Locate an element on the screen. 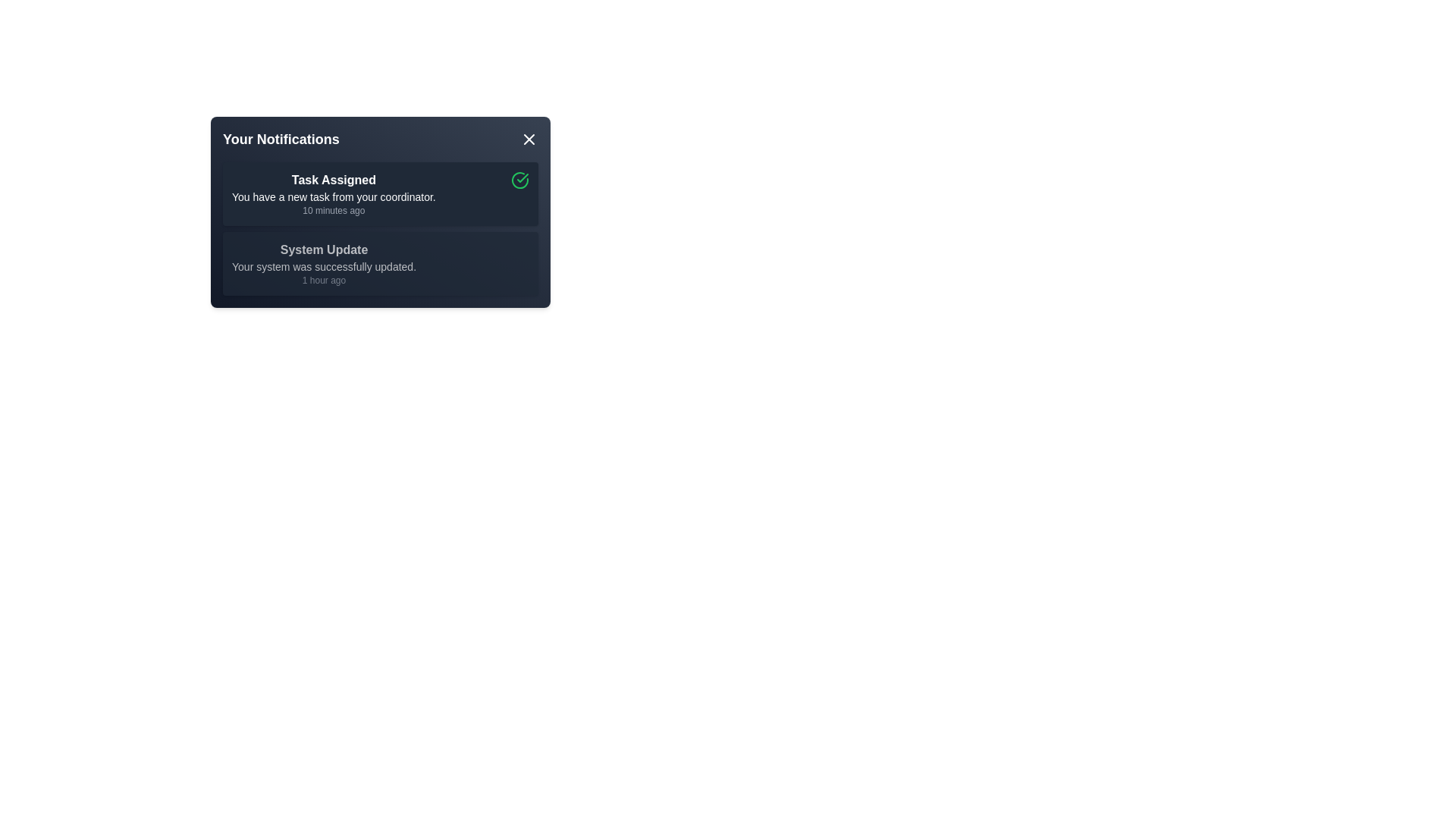  non-interactive text element that conveys information about a successful system update, located in the notification card under the heading 'System Update.' is located at coordinates (323, 265).